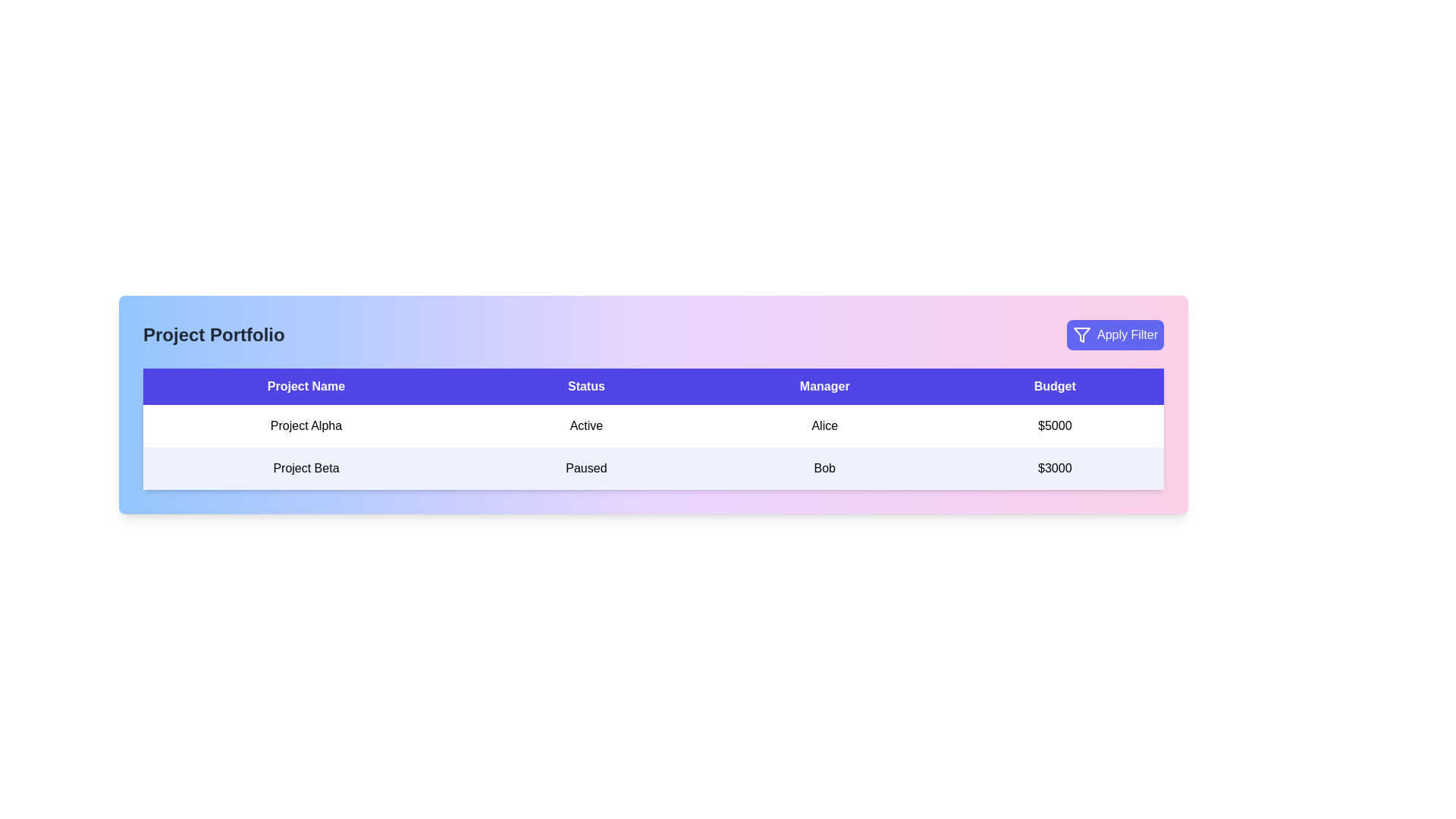 This screenshot has height=819, width=1456. Describe the element at coordinates (213, 334) in the screenshot. I see `text from the heading label that identifies the section for managing or viewing a portfolio of projects, located to the left of the 'Apply Filter' button` at that location.